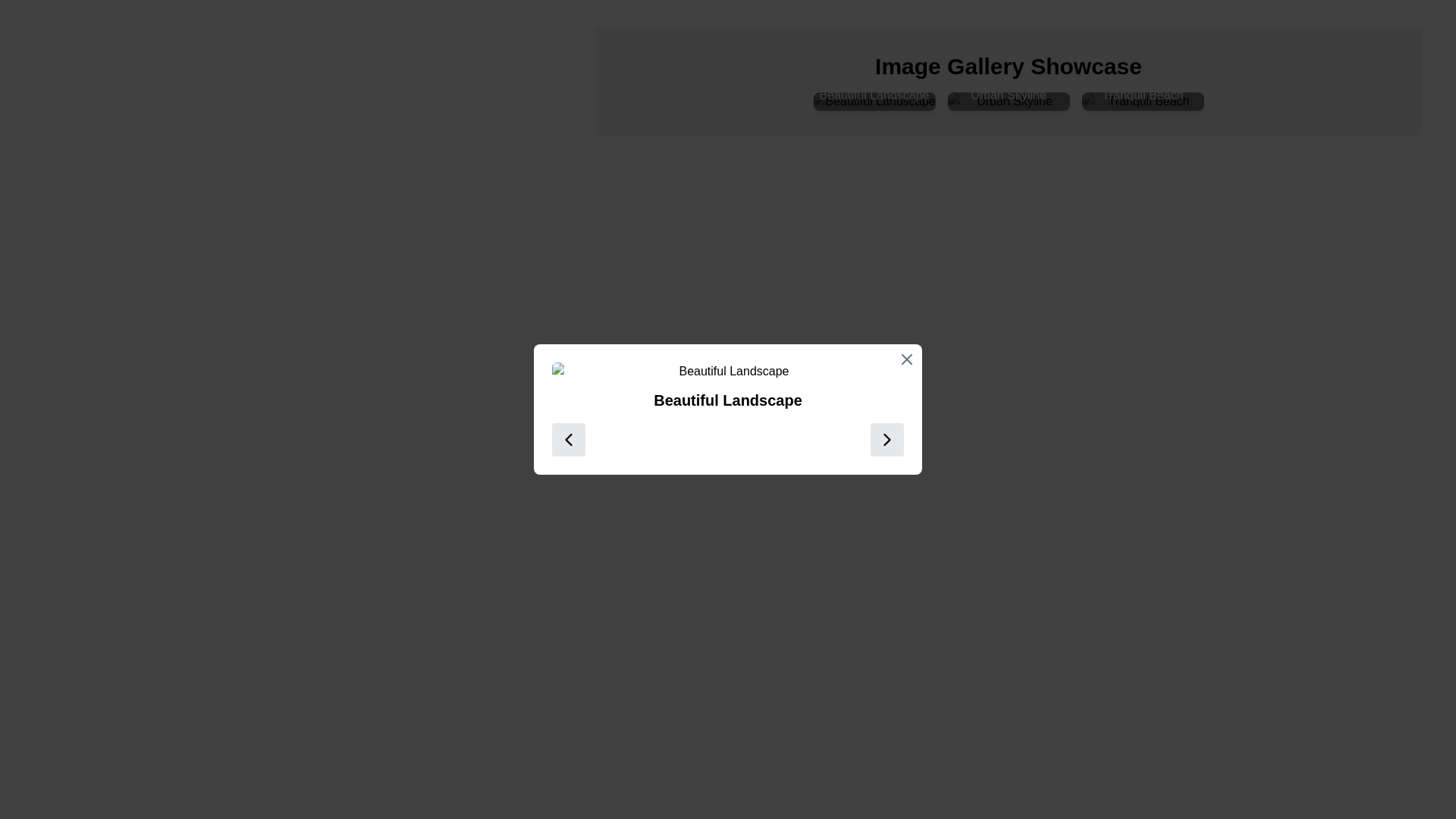  I want to click on the text label displaying 'Beautiful Landscape', which is centrally located below an image of a landscape and above navigation buttons, so click(728, 400).